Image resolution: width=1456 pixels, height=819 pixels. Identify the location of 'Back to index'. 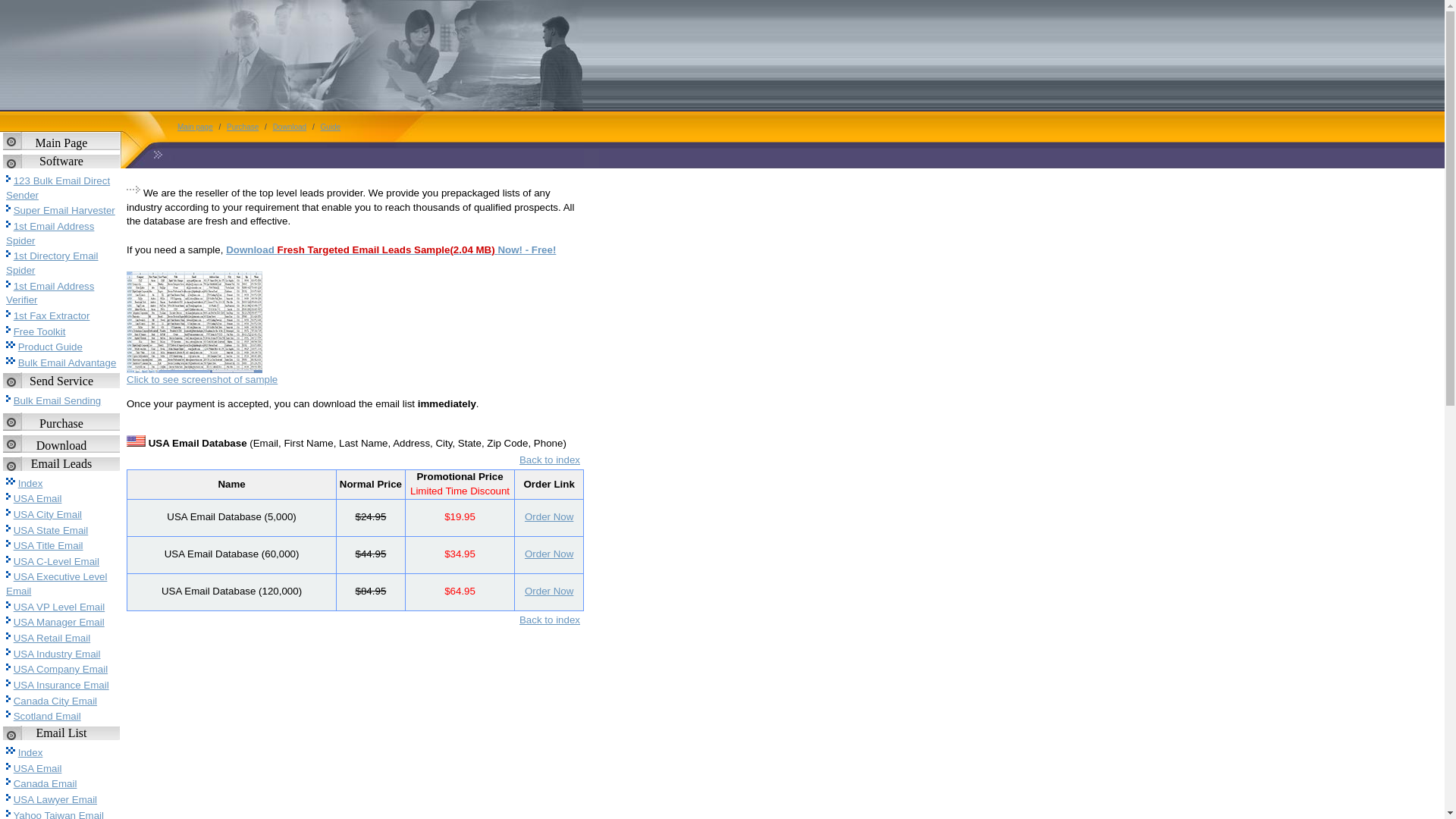
(519, 459).